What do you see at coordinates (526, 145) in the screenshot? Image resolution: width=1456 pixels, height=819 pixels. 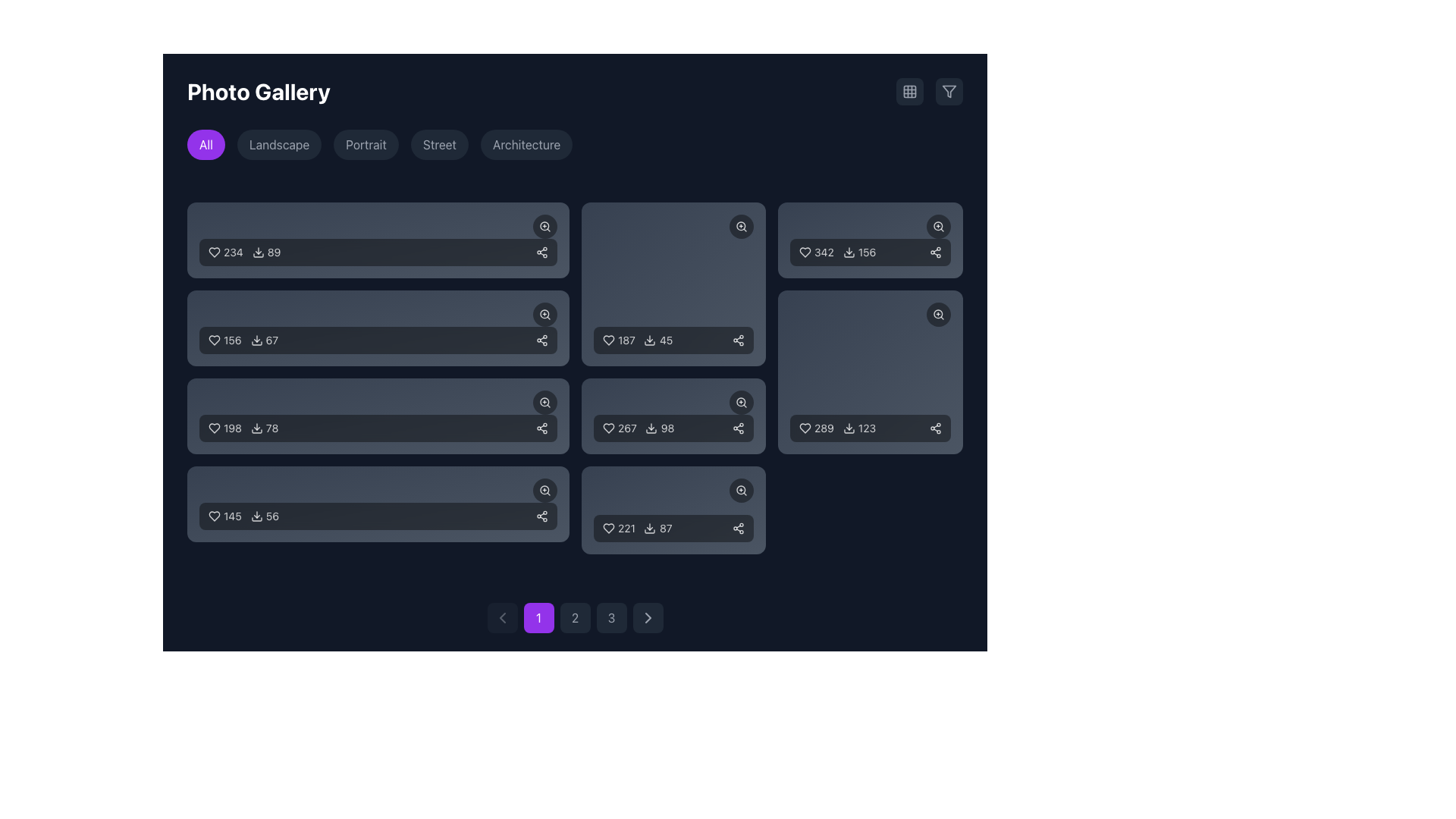 I see `the pill-shaped button labeled 'Architecture' with a dark gray background` at bounding box center [526, 145].